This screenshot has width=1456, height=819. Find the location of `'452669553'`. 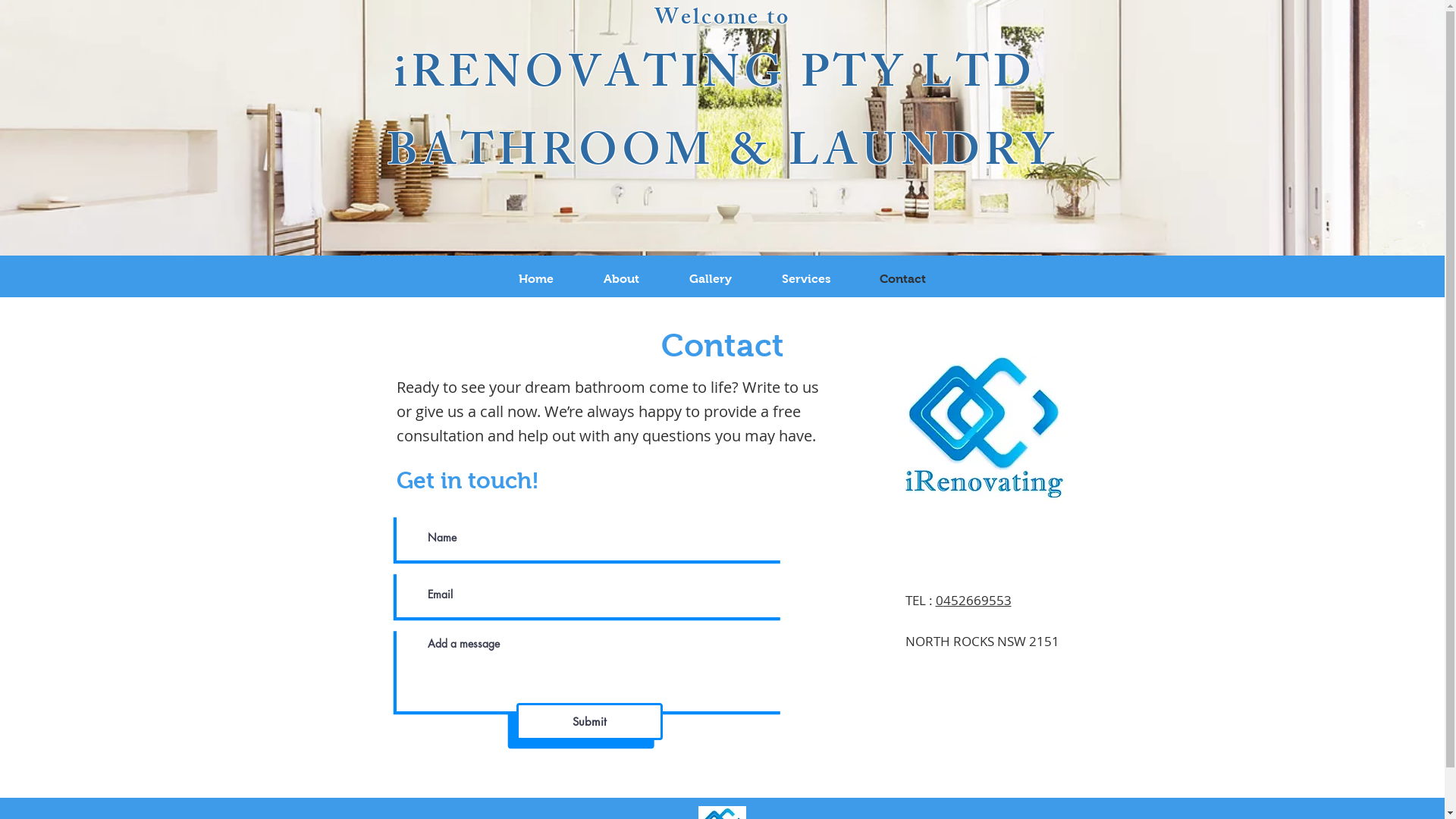

'452669553' is located at coordinates (977, 599).